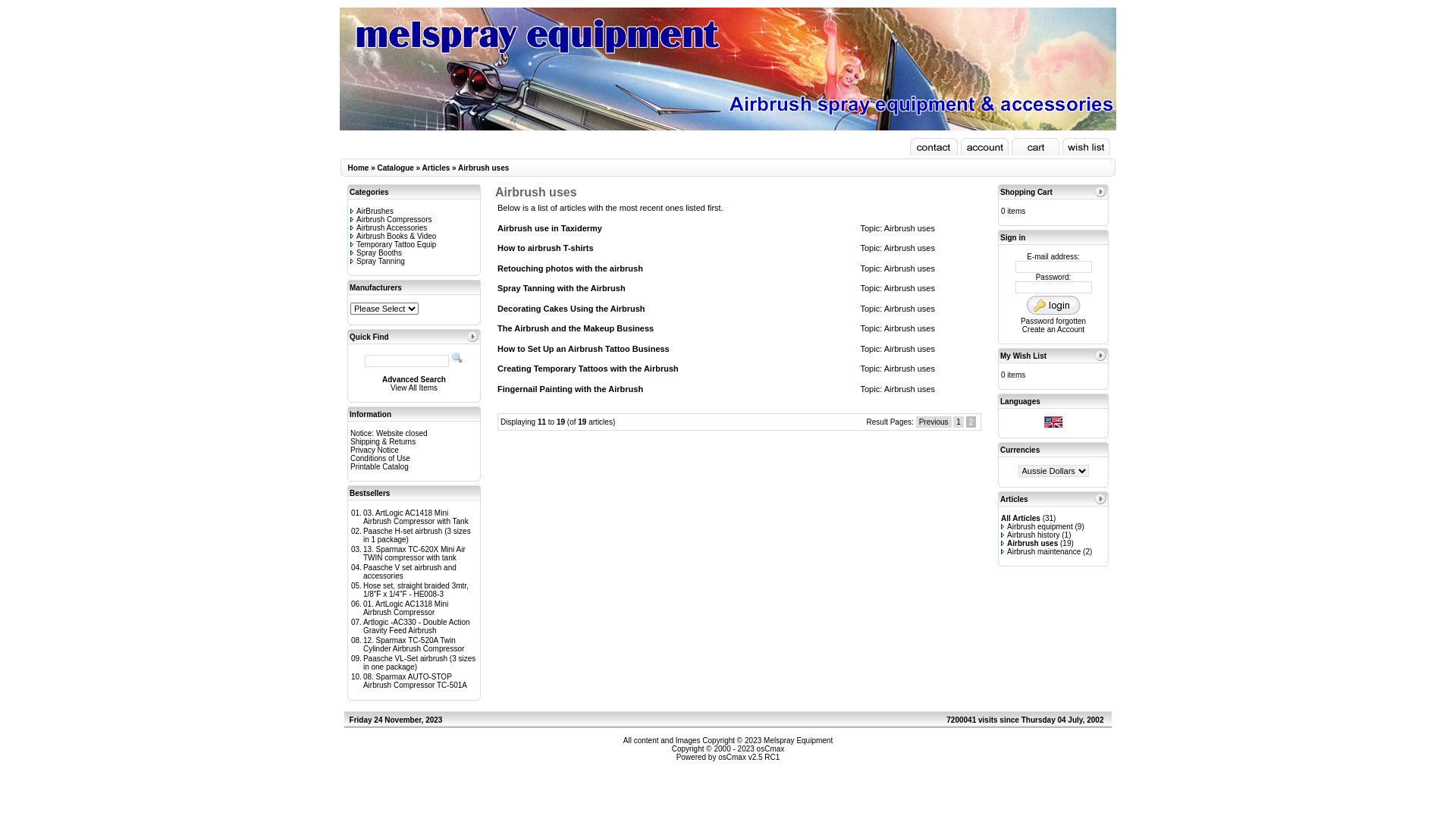 The image size is (1456, 819). Describe the element at coordinates (362, 626) in the screenshot. I see `'Artlogic -AC330 - Double Action Gravity Feed Airbrush'` at that location.